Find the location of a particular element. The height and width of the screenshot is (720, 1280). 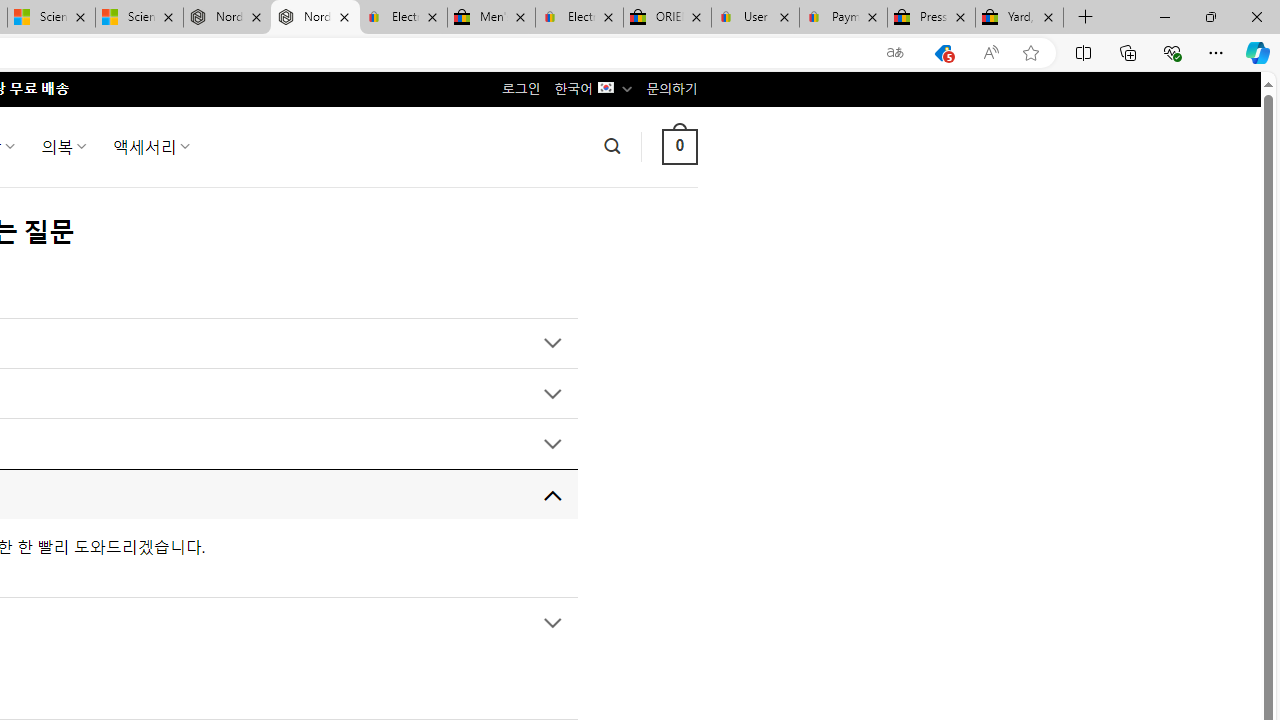

'Nordace - FAQ' is located at coordinates (314, 17).